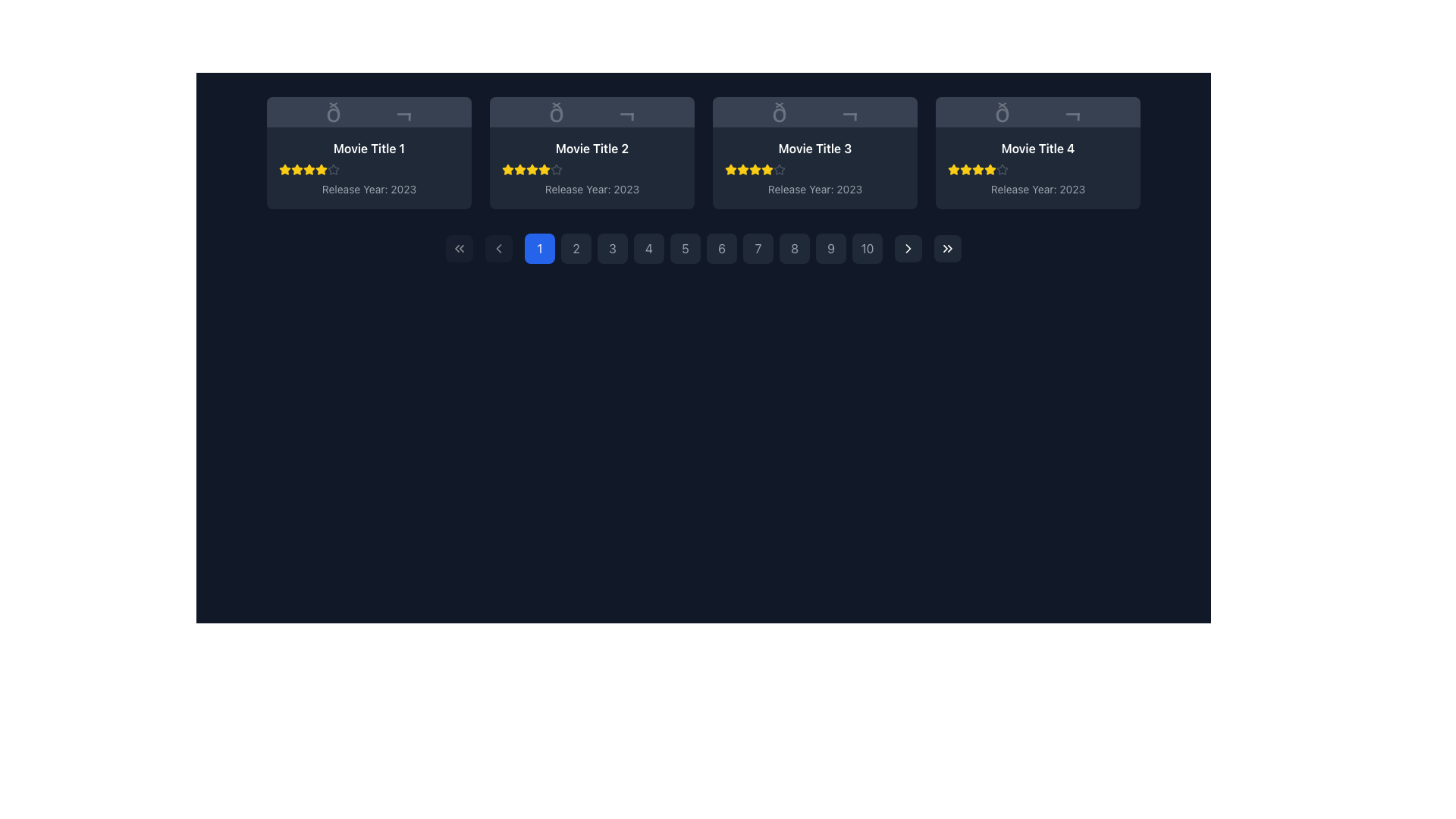 This screenshot has height=819, width=1456. Describe the element at coordinates (814, 149) in the screenshot. I see `the movie title text label located in the third card of the horizontally aligned movie items` at that location.